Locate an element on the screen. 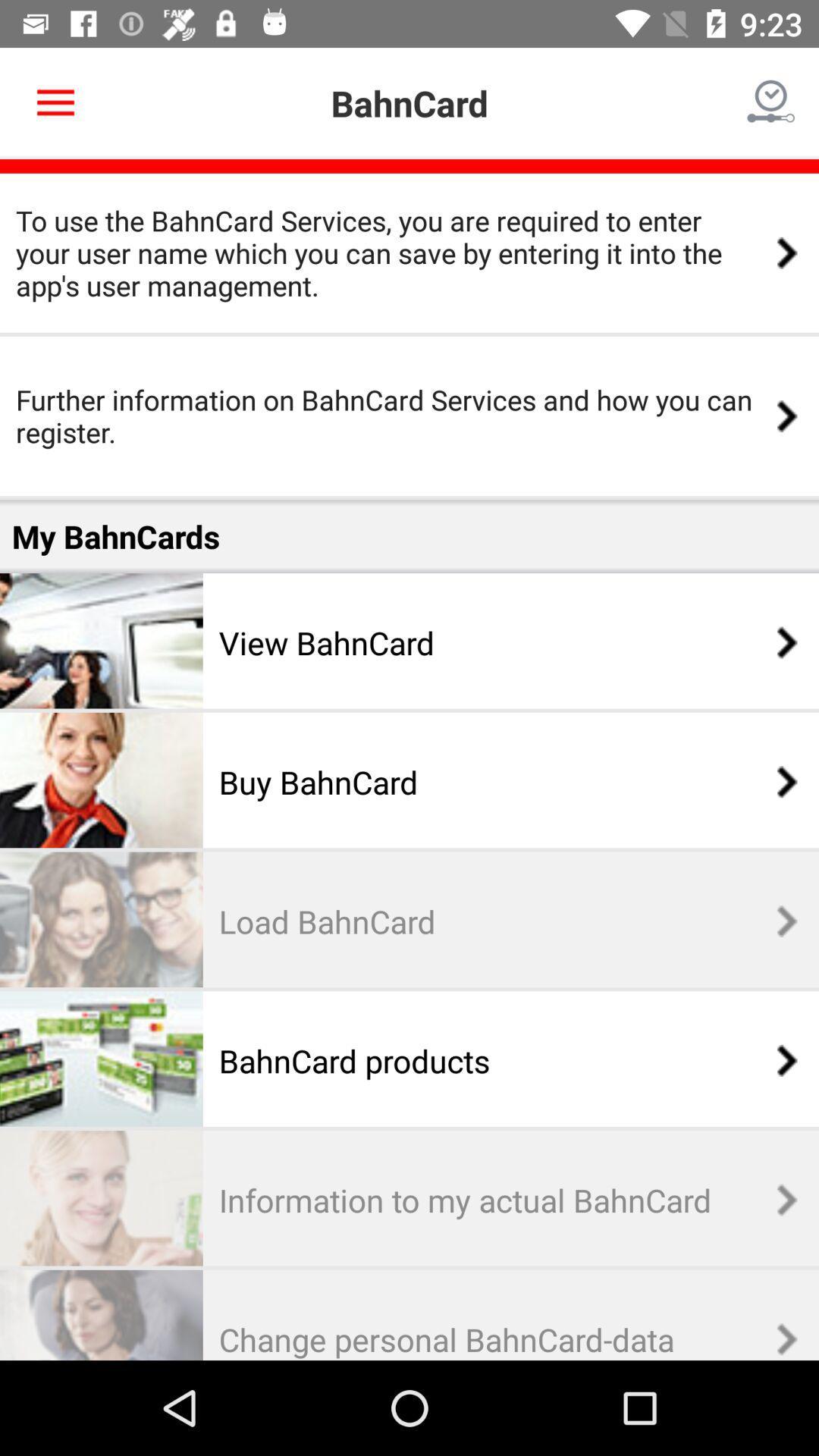  the next button which is after bahncard products on the page is located at coordinates (779, 1059).